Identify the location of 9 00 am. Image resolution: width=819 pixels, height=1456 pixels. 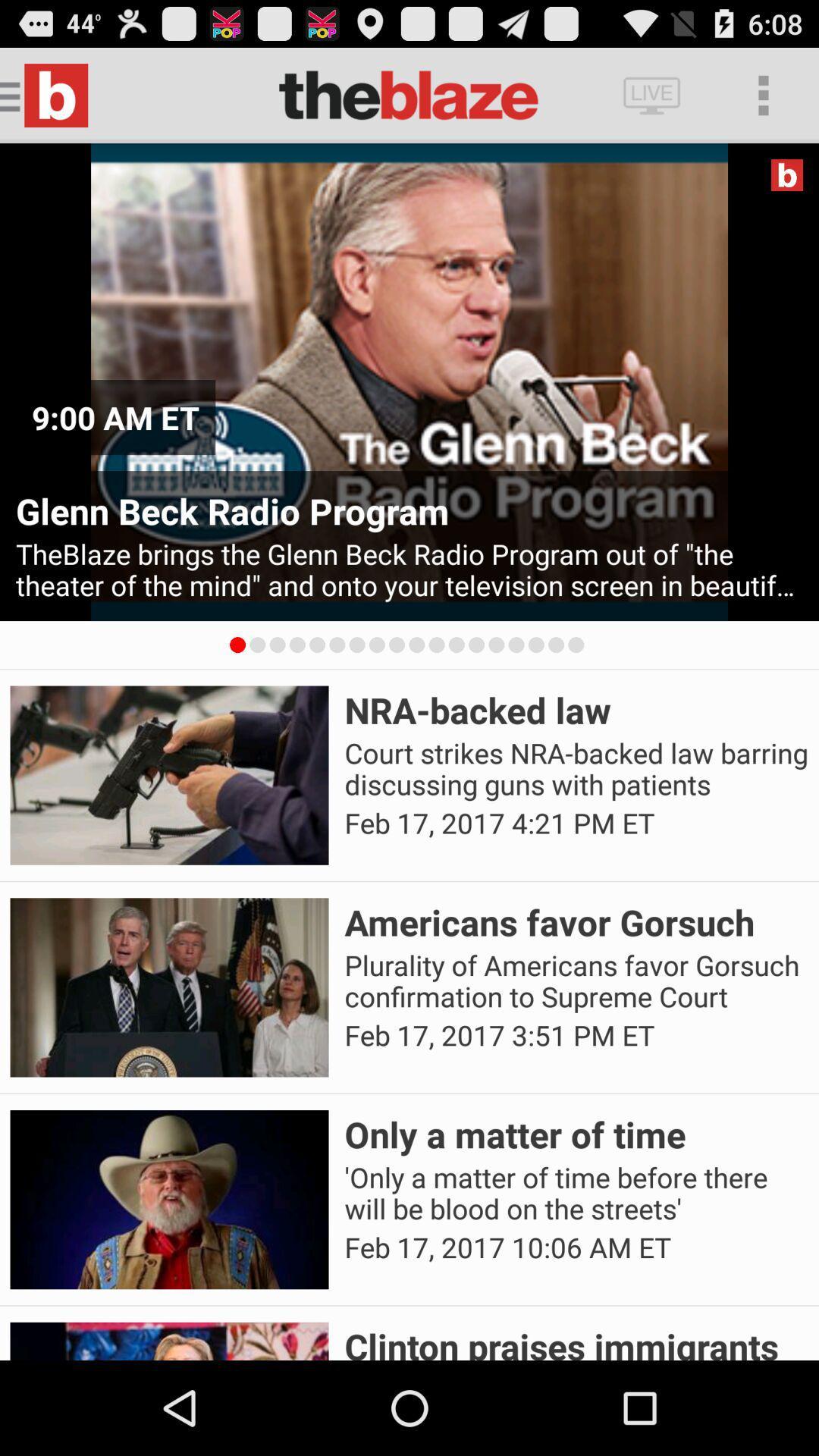
(115, 417).